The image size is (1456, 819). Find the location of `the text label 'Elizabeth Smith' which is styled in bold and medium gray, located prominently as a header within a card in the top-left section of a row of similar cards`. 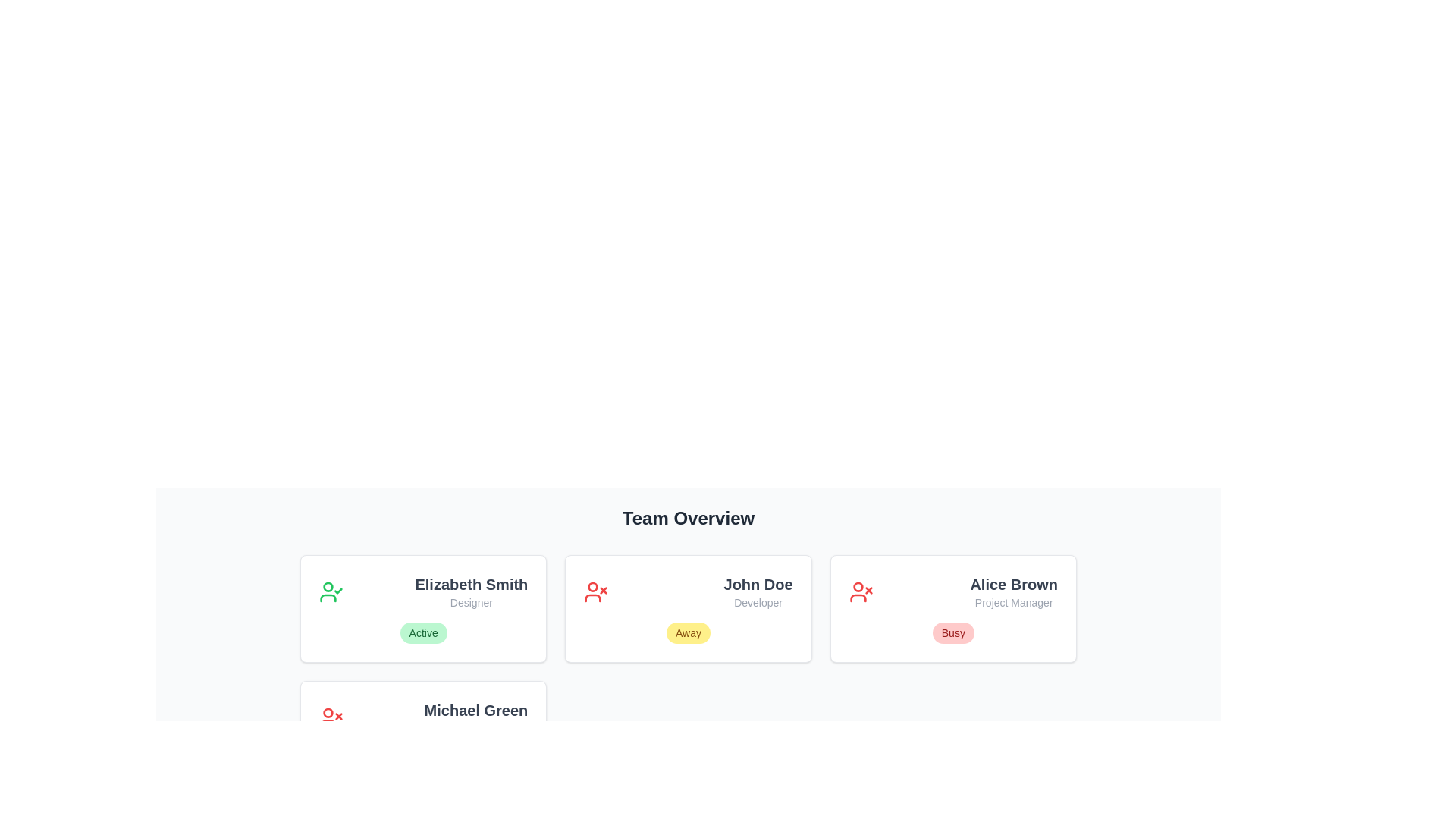

the text label 'Elizabeth Smith' which is styled in bold and medium gray, located prominently as a header within a card in the top-left section of a row of similar cards is located at coordinates (470, 584).